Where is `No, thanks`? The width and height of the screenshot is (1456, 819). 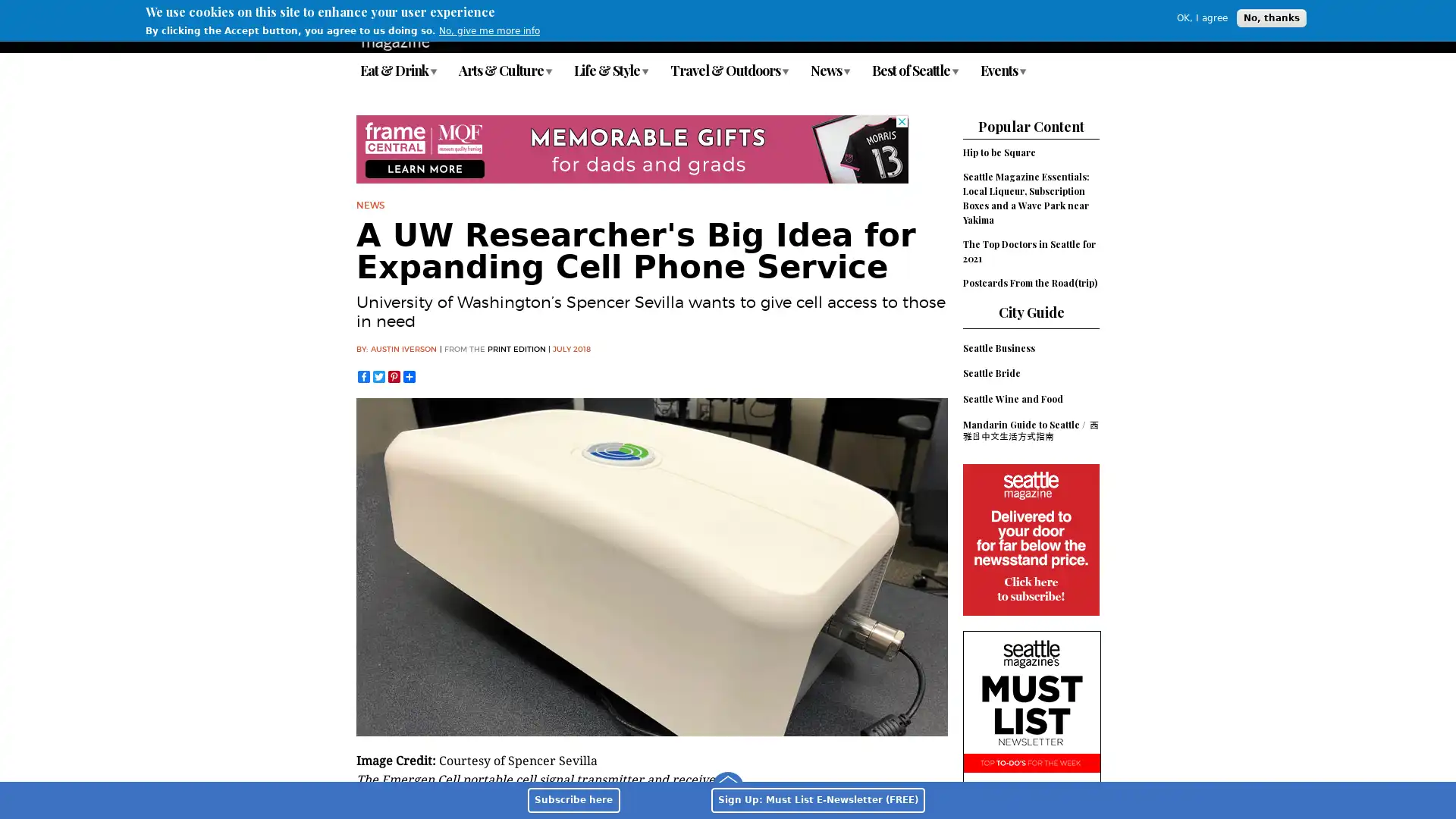
No, thanks is located at coordinates (1271, 17).